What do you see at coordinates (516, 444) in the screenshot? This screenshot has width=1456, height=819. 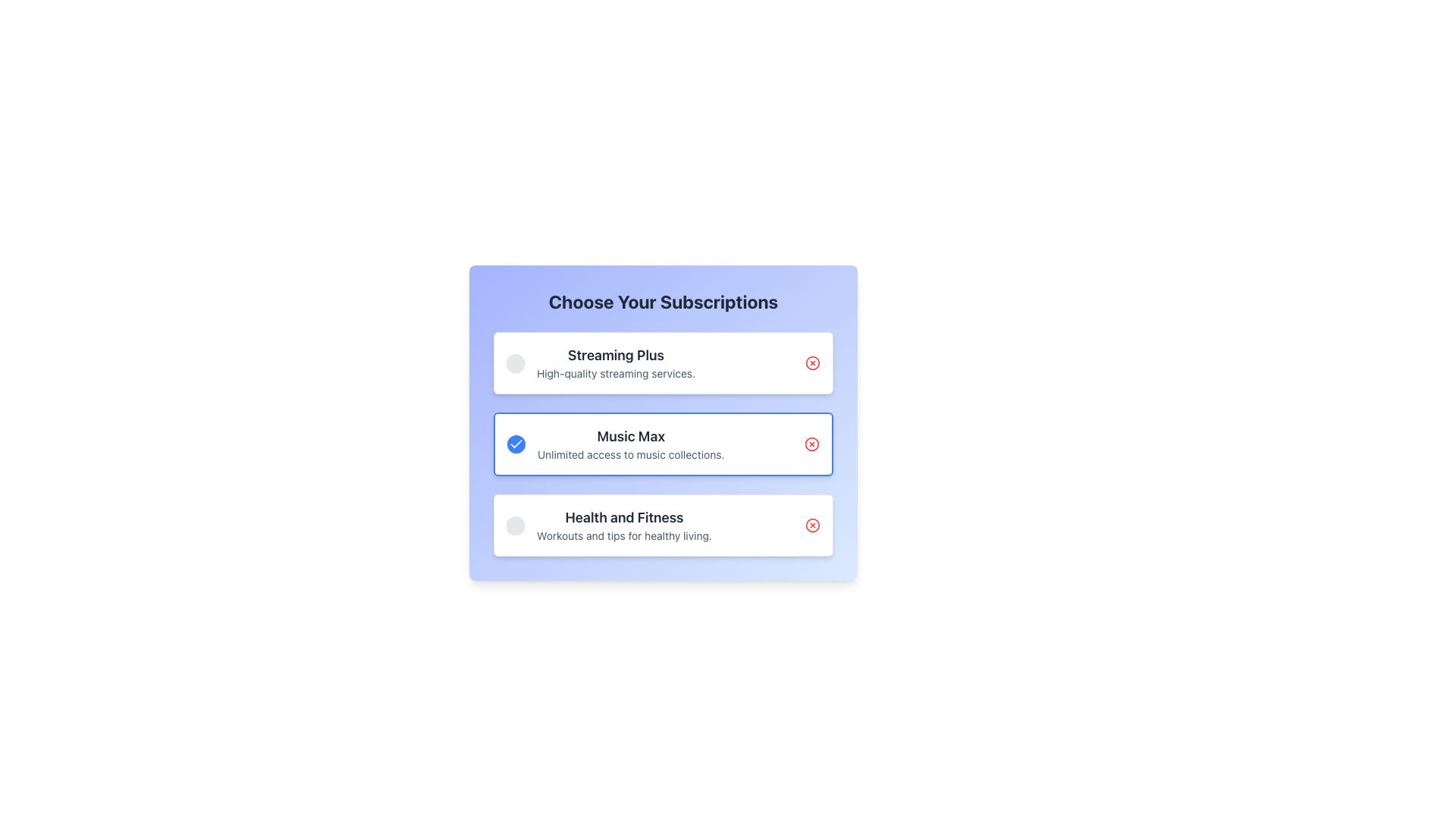 I see `the circular blue checkbox with a white checkmark icon located at the leftmost side of the 'Music Max' subscription option panel` at bounding box center [516, 444].